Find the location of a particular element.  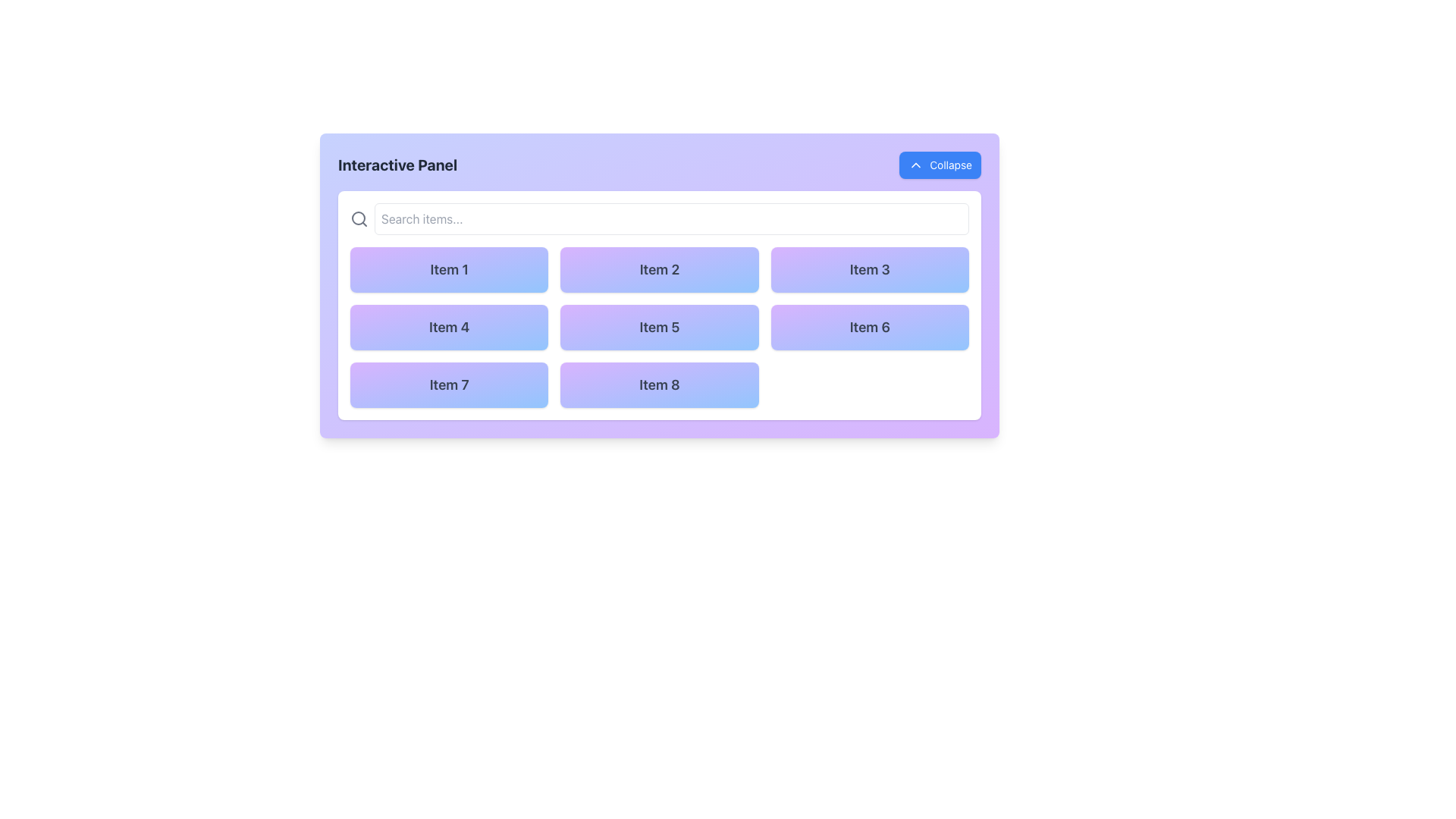

the text label 'Item 4' located in the second row, first column of the button grid to identify its action is located at coordinates (448, 326).